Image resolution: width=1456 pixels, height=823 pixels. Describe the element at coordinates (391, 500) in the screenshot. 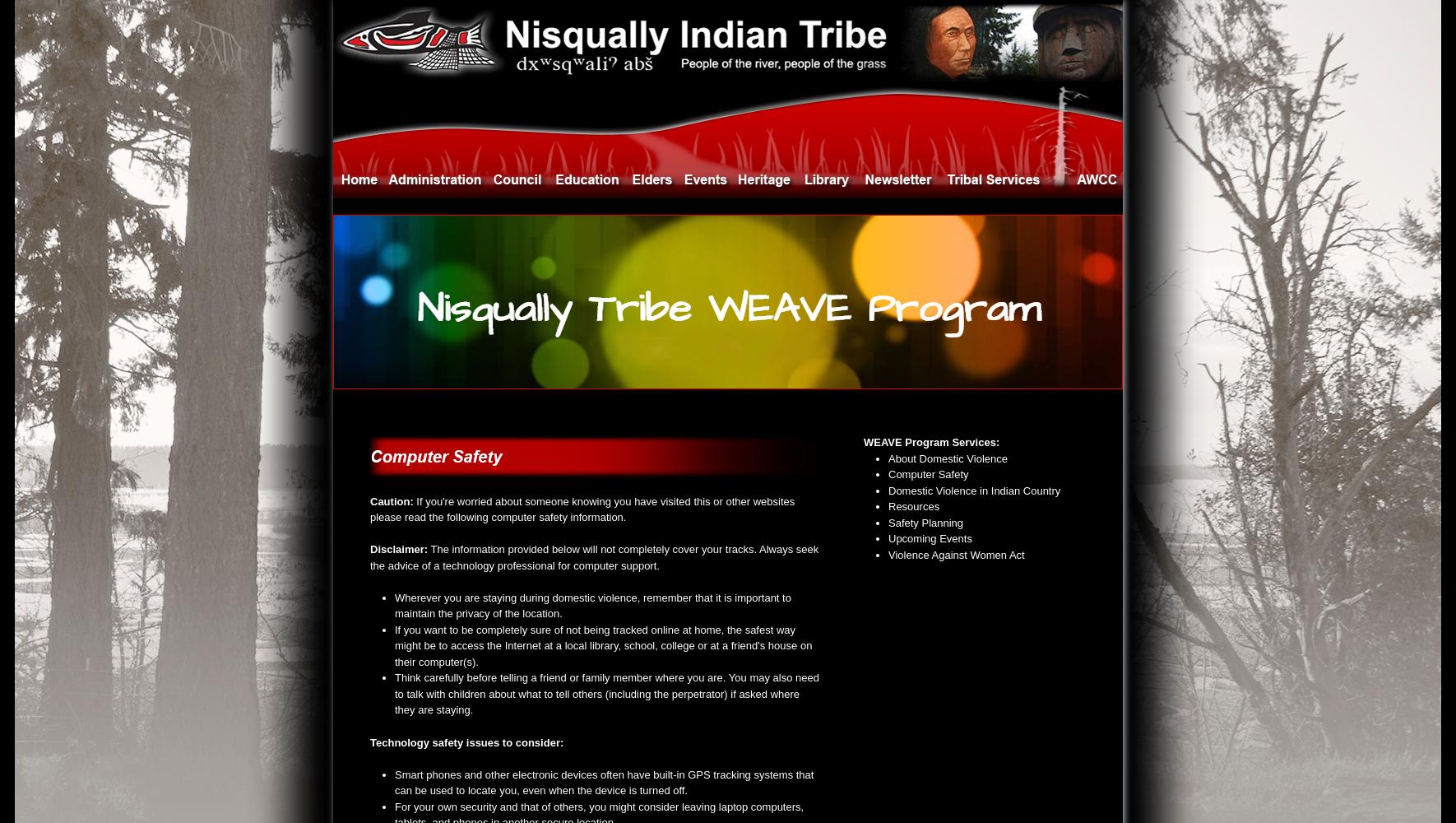

I see `'Caution:'` at that location.